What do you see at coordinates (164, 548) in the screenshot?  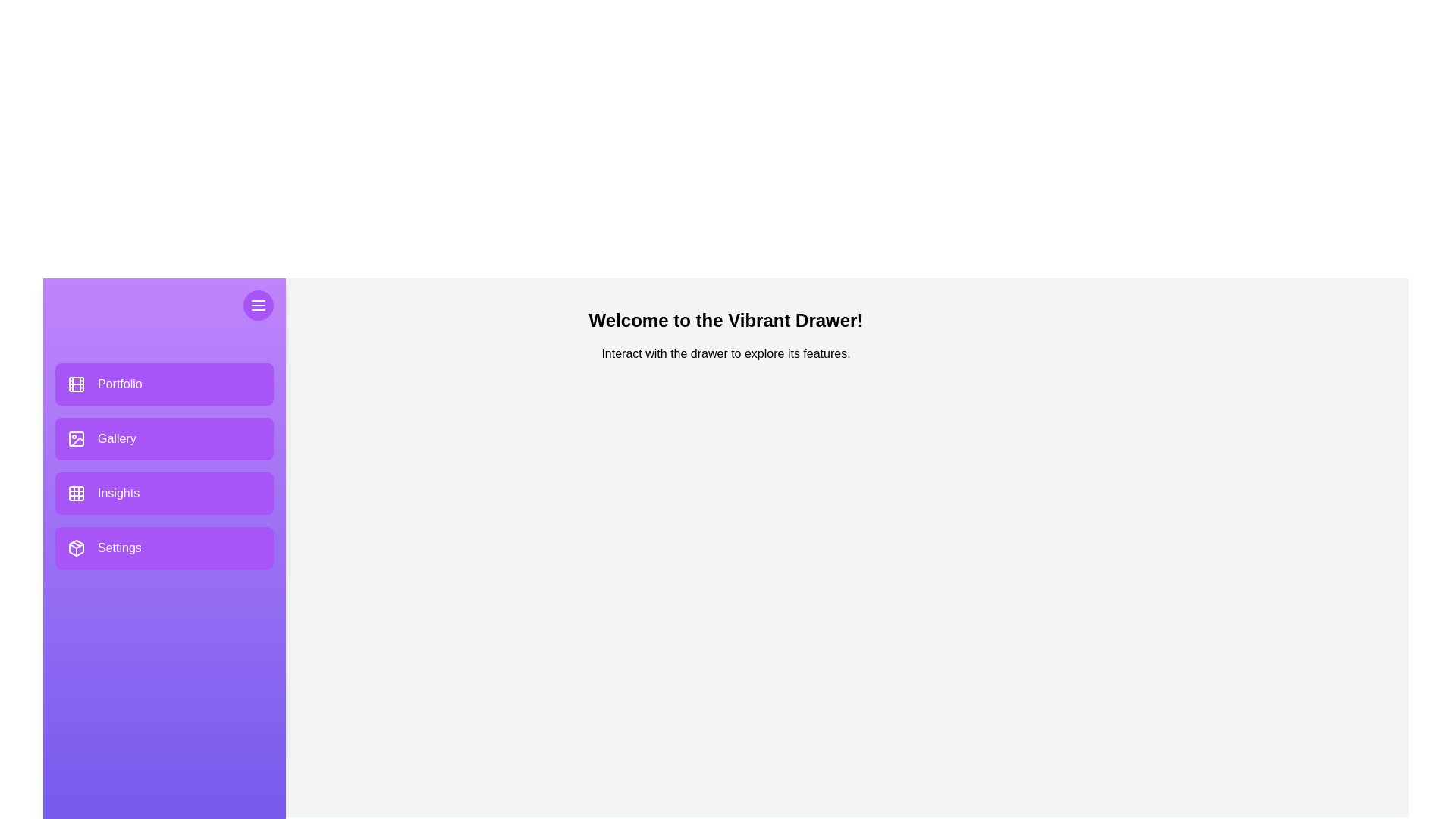 I see `the 'Settings' button to navigate to its section` at bounding box center [164, 548].